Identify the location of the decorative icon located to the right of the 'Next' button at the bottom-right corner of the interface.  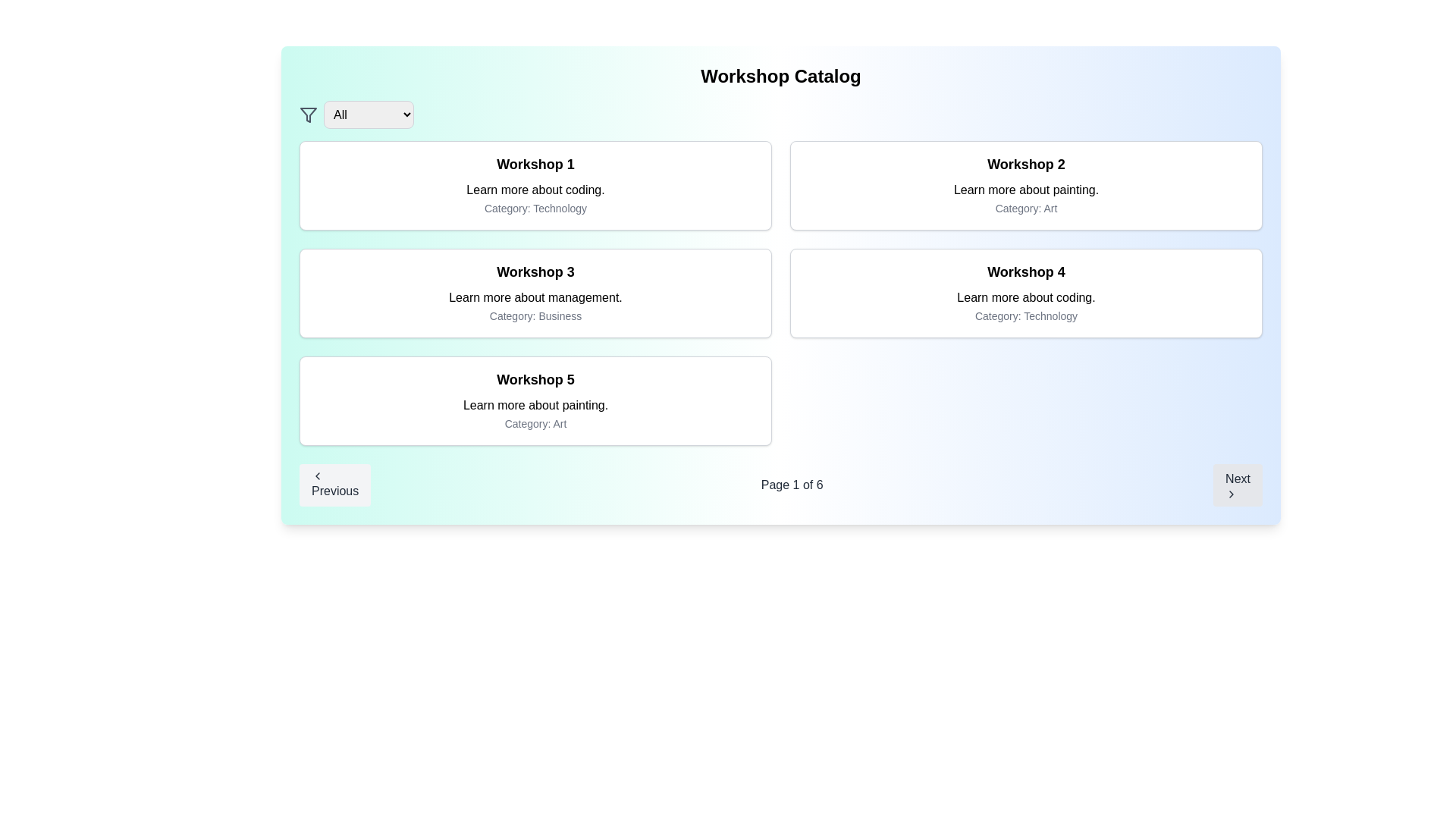
(1232, 494).